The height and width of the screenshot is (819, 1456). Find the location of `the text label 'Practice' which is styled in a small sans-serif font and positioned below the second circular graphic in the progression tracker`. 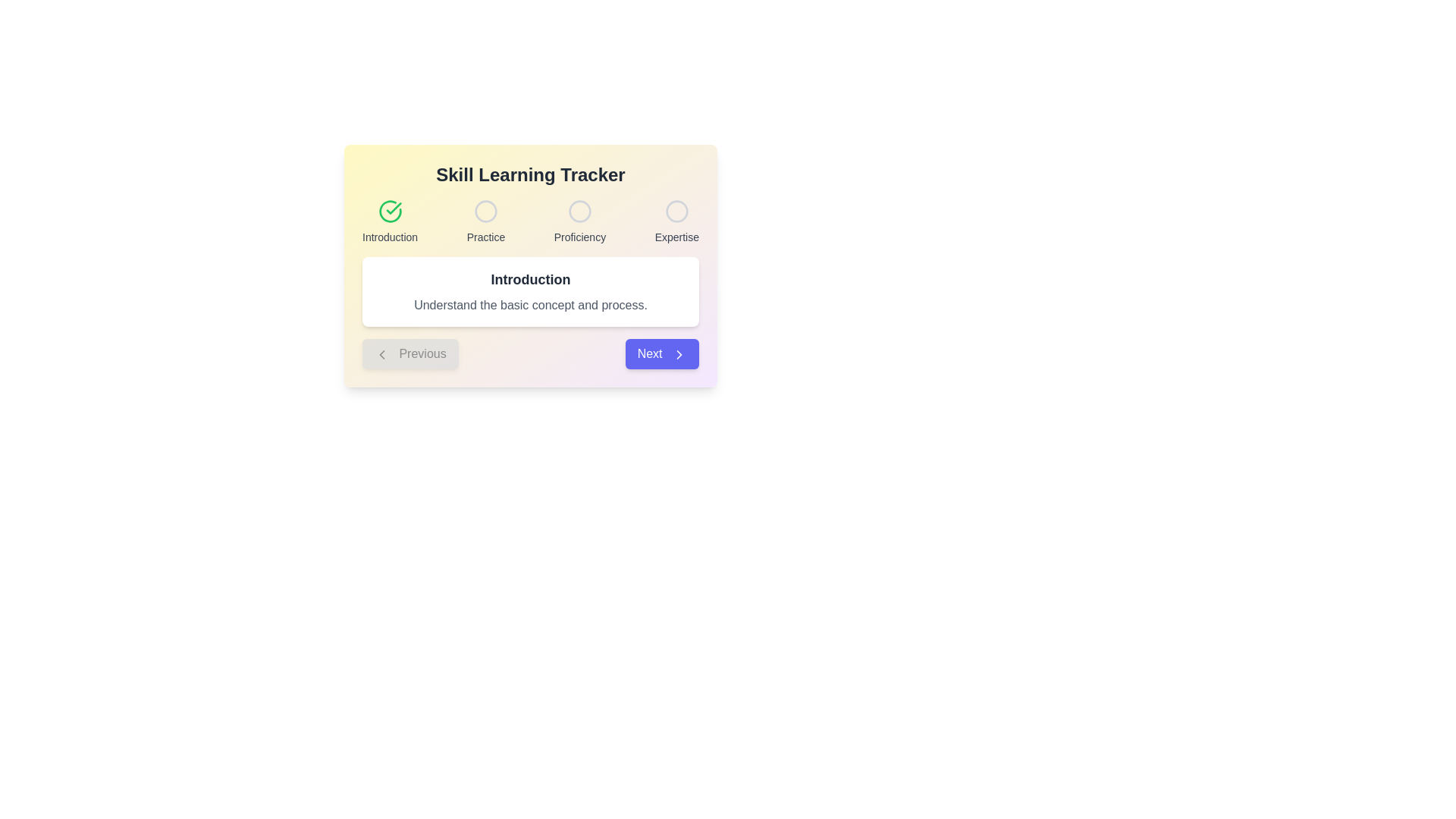

the text label 'Practice' which is styled in a small sans-serif font and positioned below the second circular graphic in the progression tracker is located at coordinates (485, 237).